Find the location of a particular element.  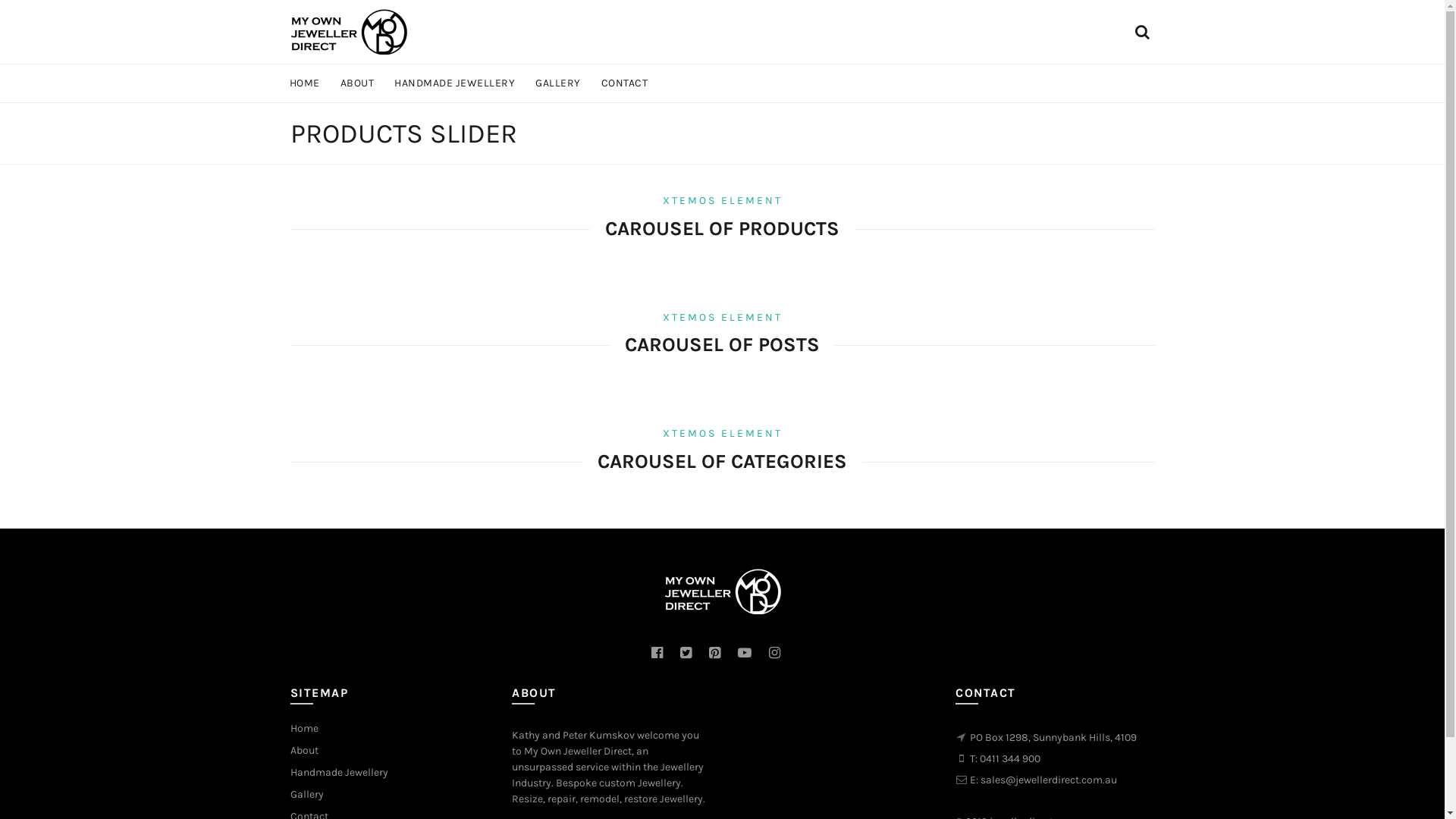

'Handmade Jewellery' is located at coordinates (337, 772).